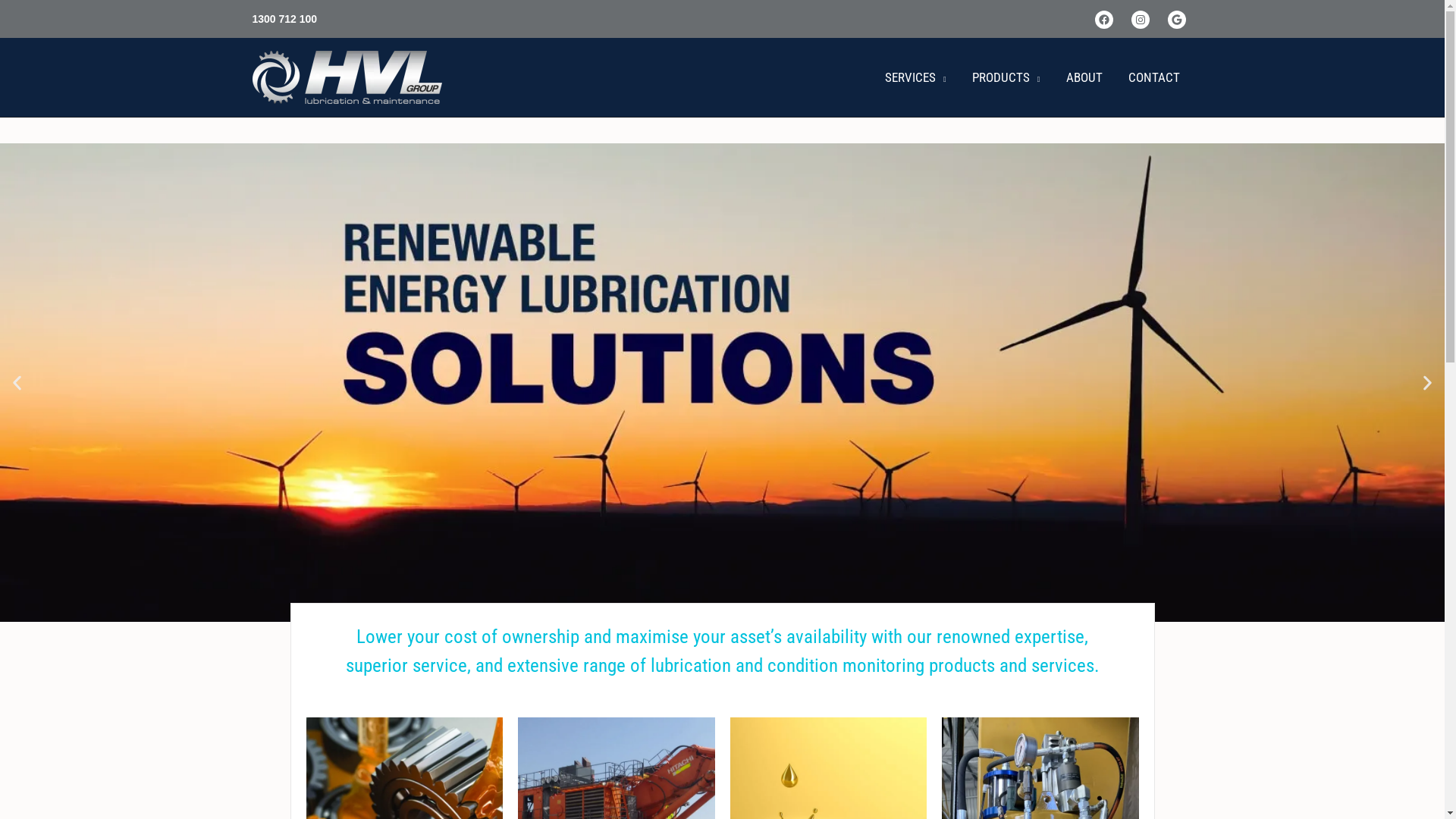 This screenshot has height=819, width=1456. What do you see at coordinates (1103, 20) in the screenshot?
I see `'Facebook'` at bounding box center [1103, 20].